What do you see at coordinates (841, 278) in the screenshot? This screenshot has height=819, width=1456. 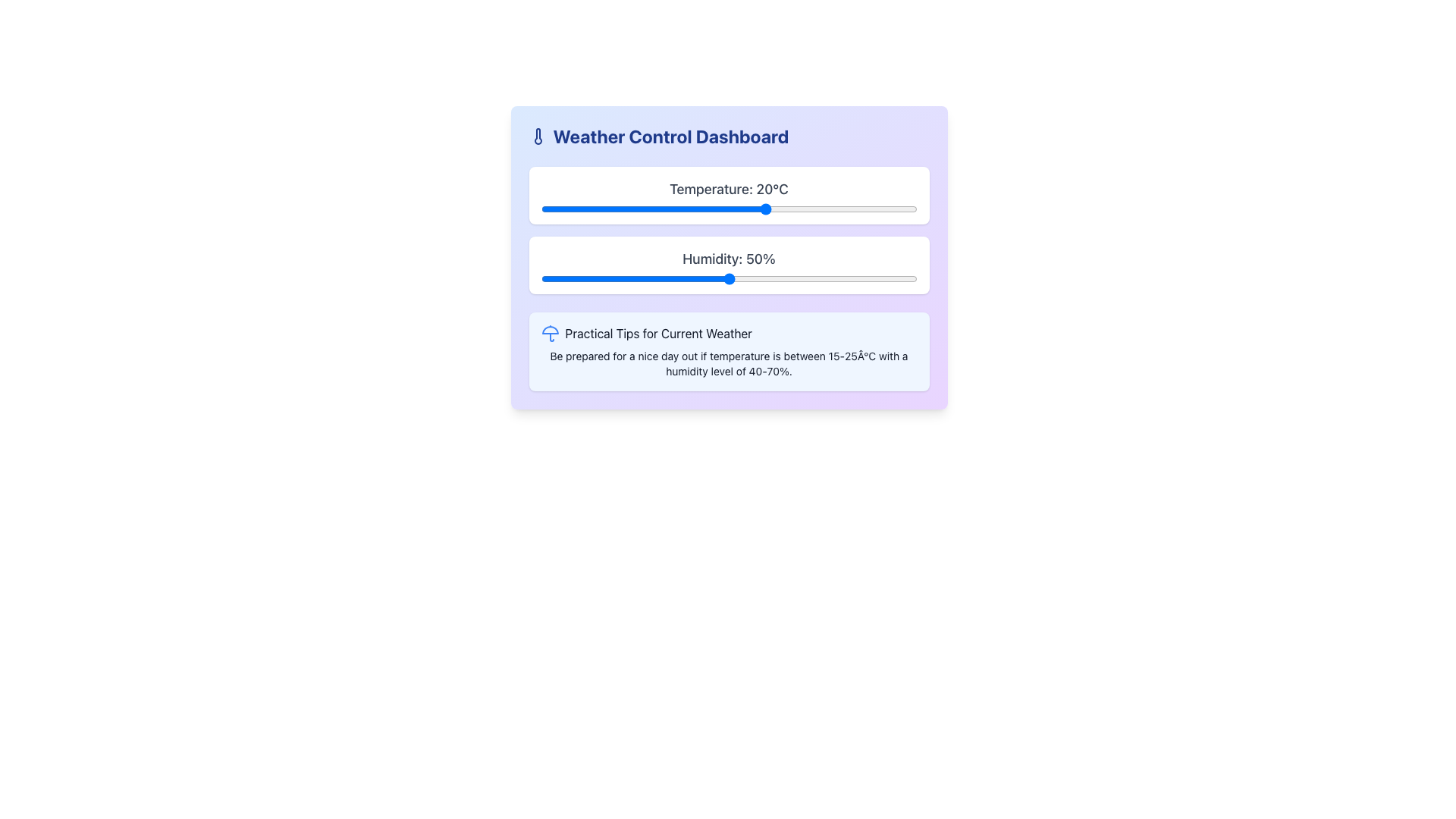 I see `the humidity level` at bounding box center [841, 278].